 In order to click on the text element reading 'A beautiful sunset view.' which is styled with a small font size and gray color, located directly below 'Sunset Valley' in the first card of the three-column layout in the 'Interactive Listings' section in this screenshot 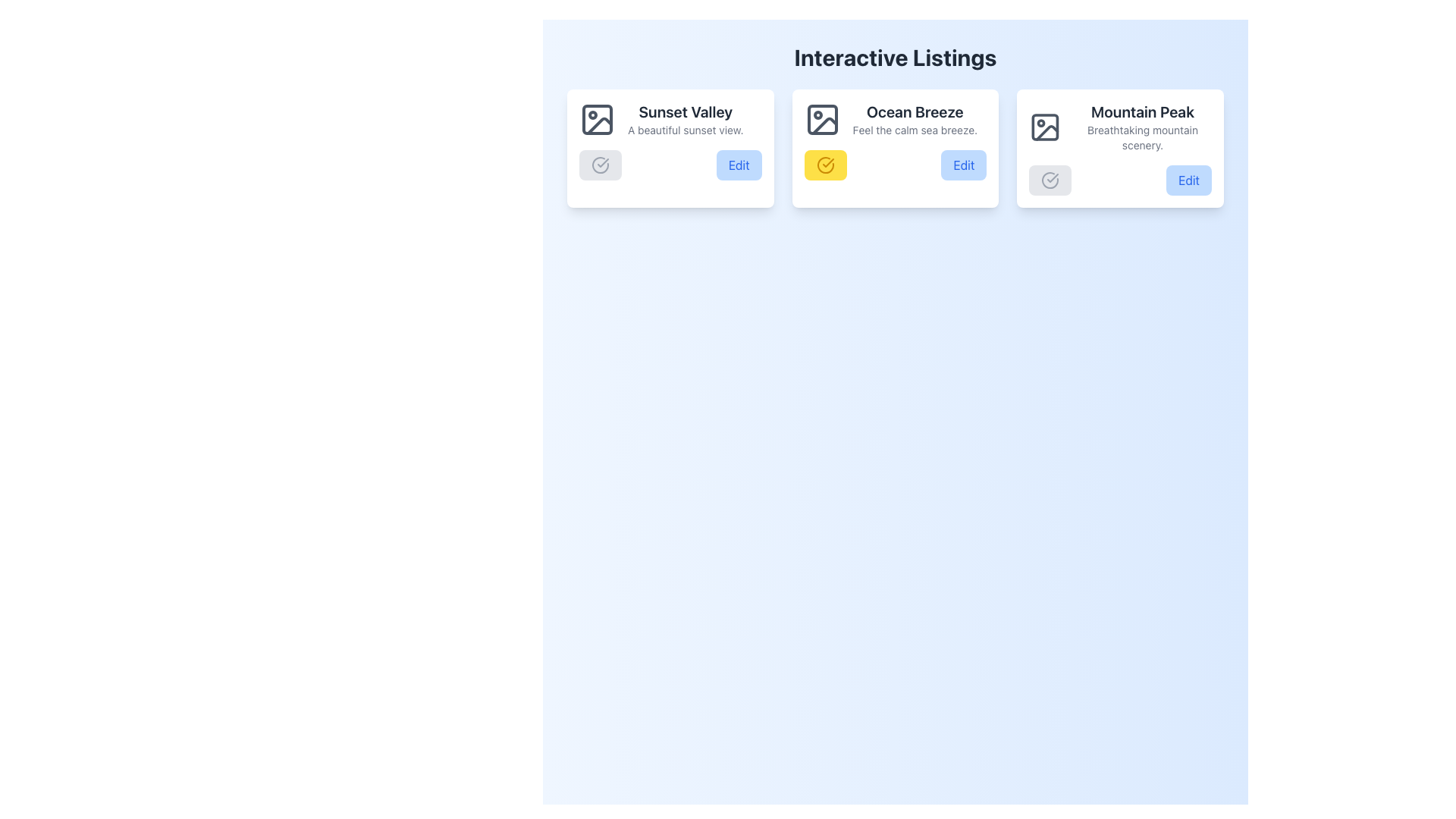, I will do `click(685, 130)`.